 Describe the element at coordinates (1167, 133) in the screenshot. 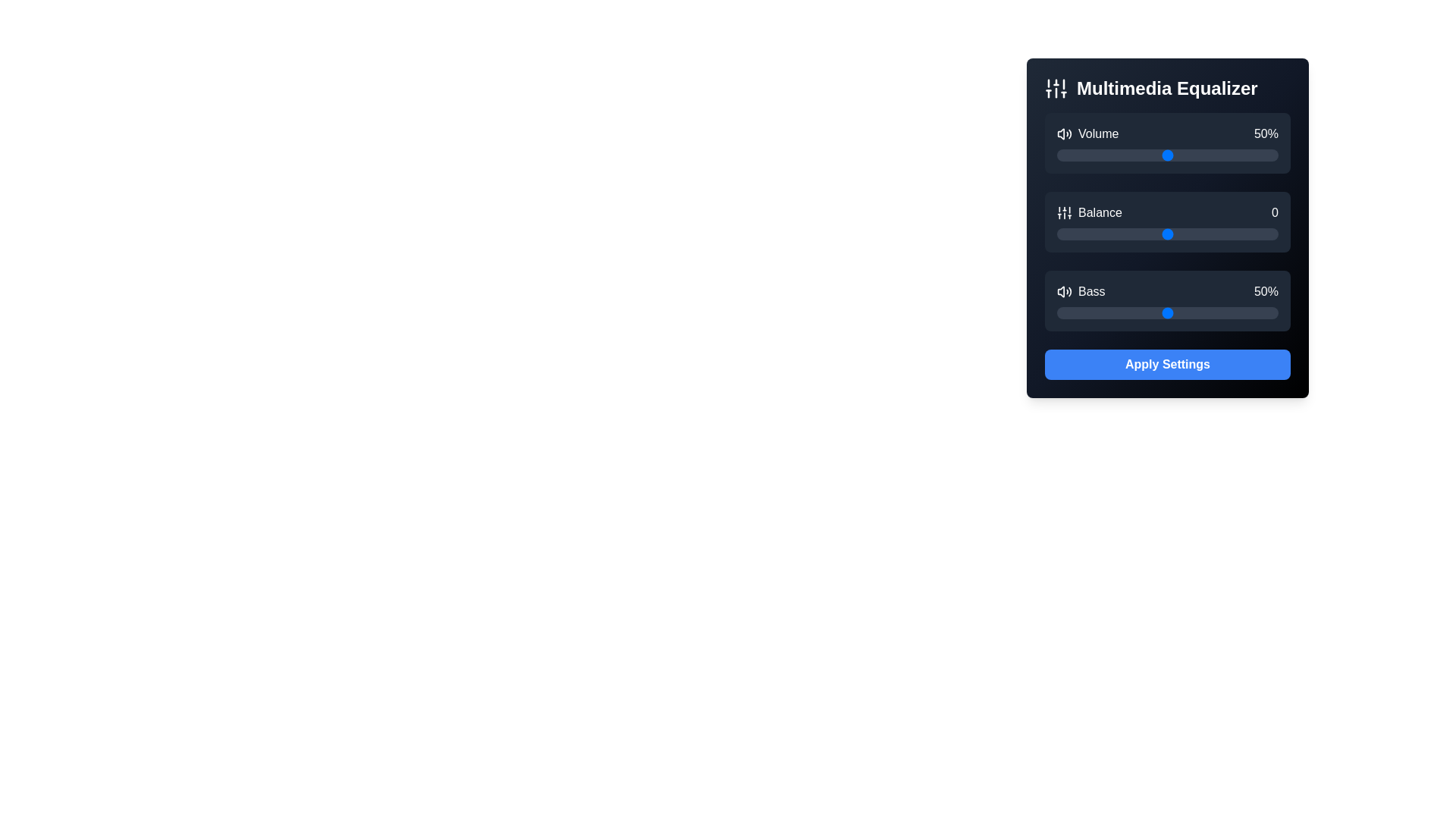

I see `the non-interactive Informational display showing the current volume level within the 'Multimedia Equalizer' panel` at that location.